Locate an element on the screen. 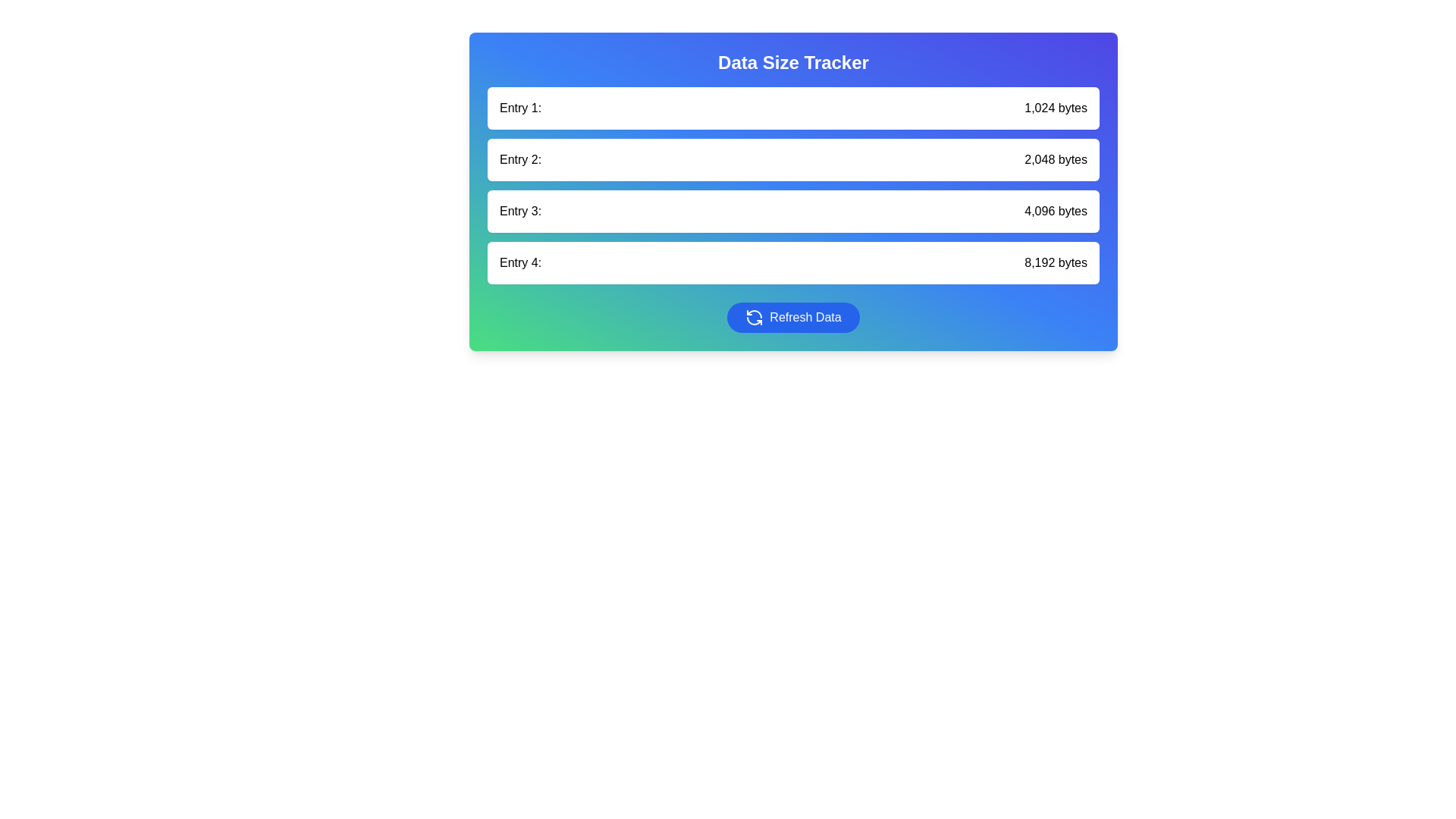  the refresh button located at the bottom of the 'Data Size Tracker' interface is located at coordinates (792, 317).